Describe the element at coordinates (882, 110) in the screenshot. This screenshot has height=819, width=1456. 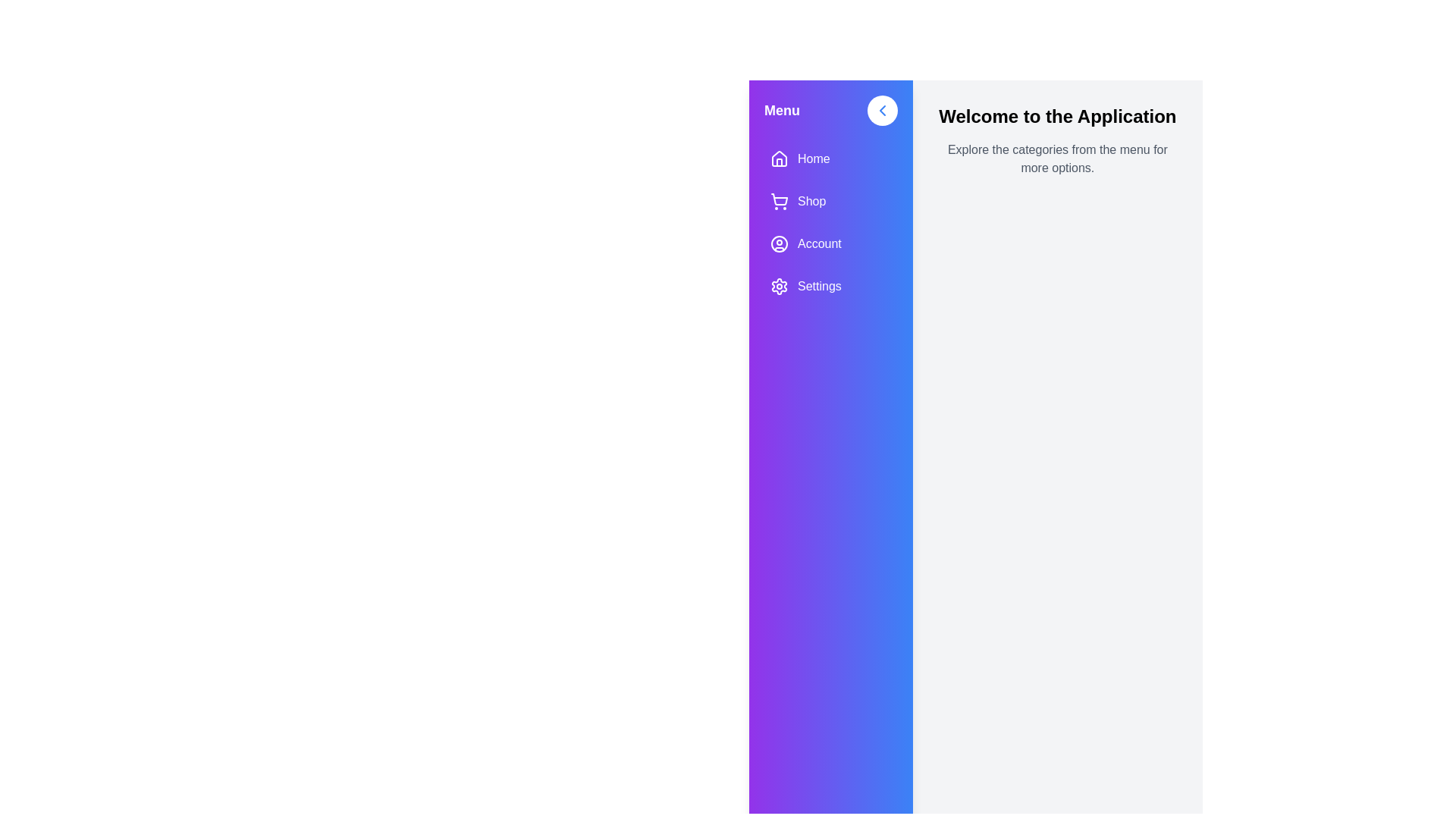
I see `the circular button with a white background and blue left-facing arrow icon, located near the top-right corner of the panel next to the 'Menu' text` at that location.